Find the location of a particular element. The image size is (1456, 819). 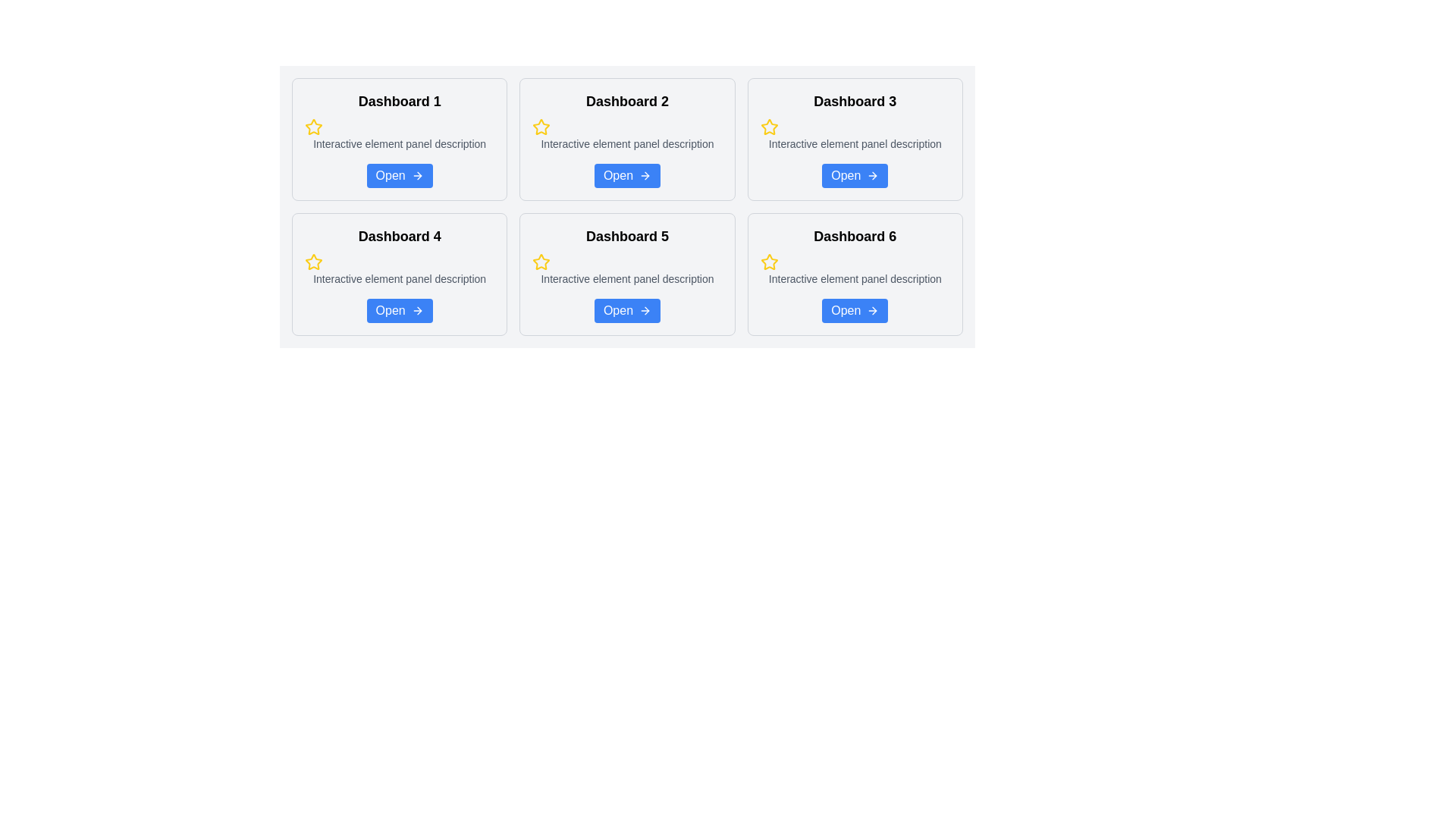

the yellow outlined star icon located above the 'Dashboard 3' title is located at coordinates (769, 126).